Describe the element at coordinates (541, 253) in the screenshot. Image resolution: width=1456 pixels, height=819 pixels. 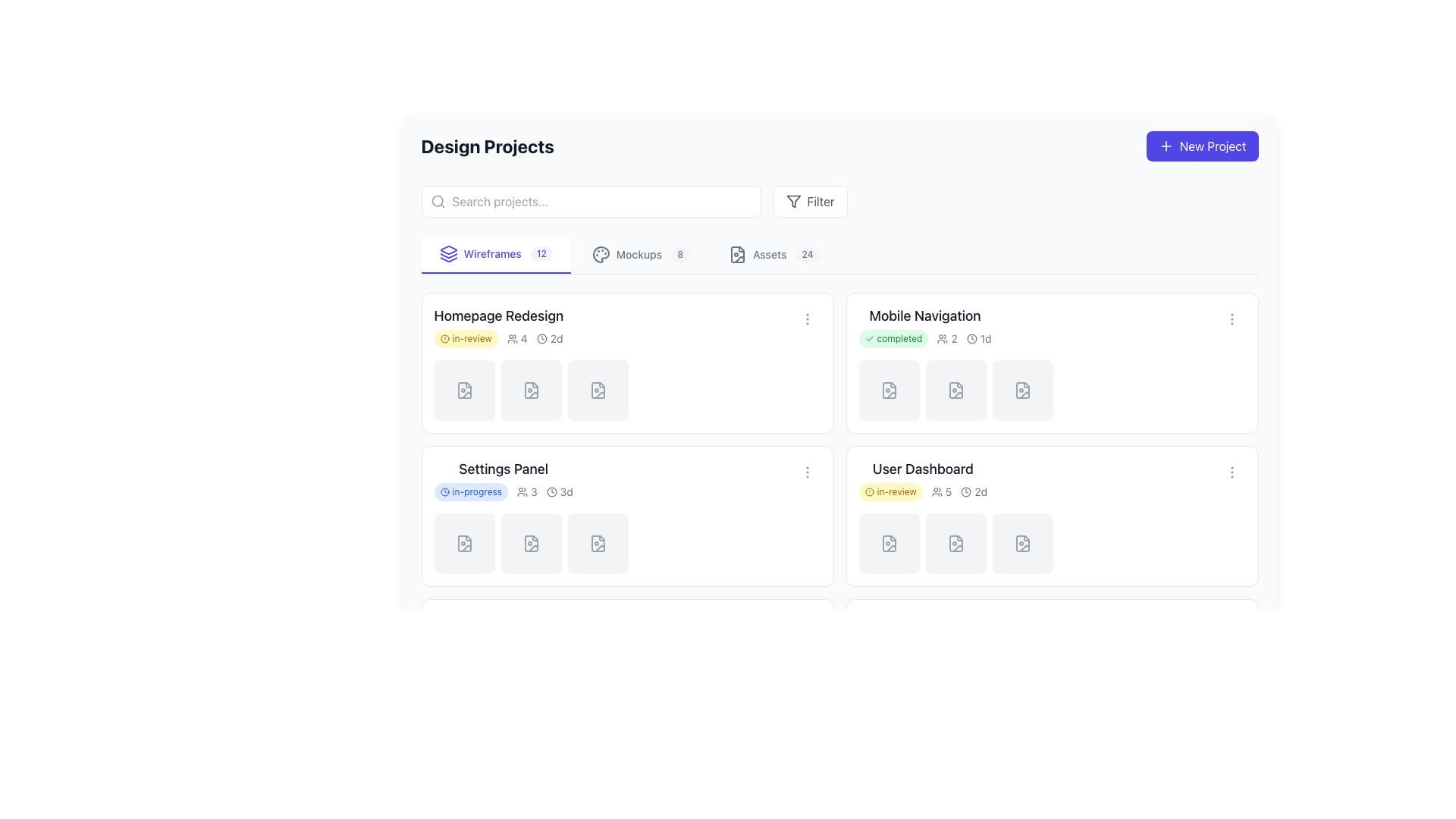
I see `the numerical indicator badge located at the far right of the 'Wireframes' section, adjacent to the SVG icon` at that location.